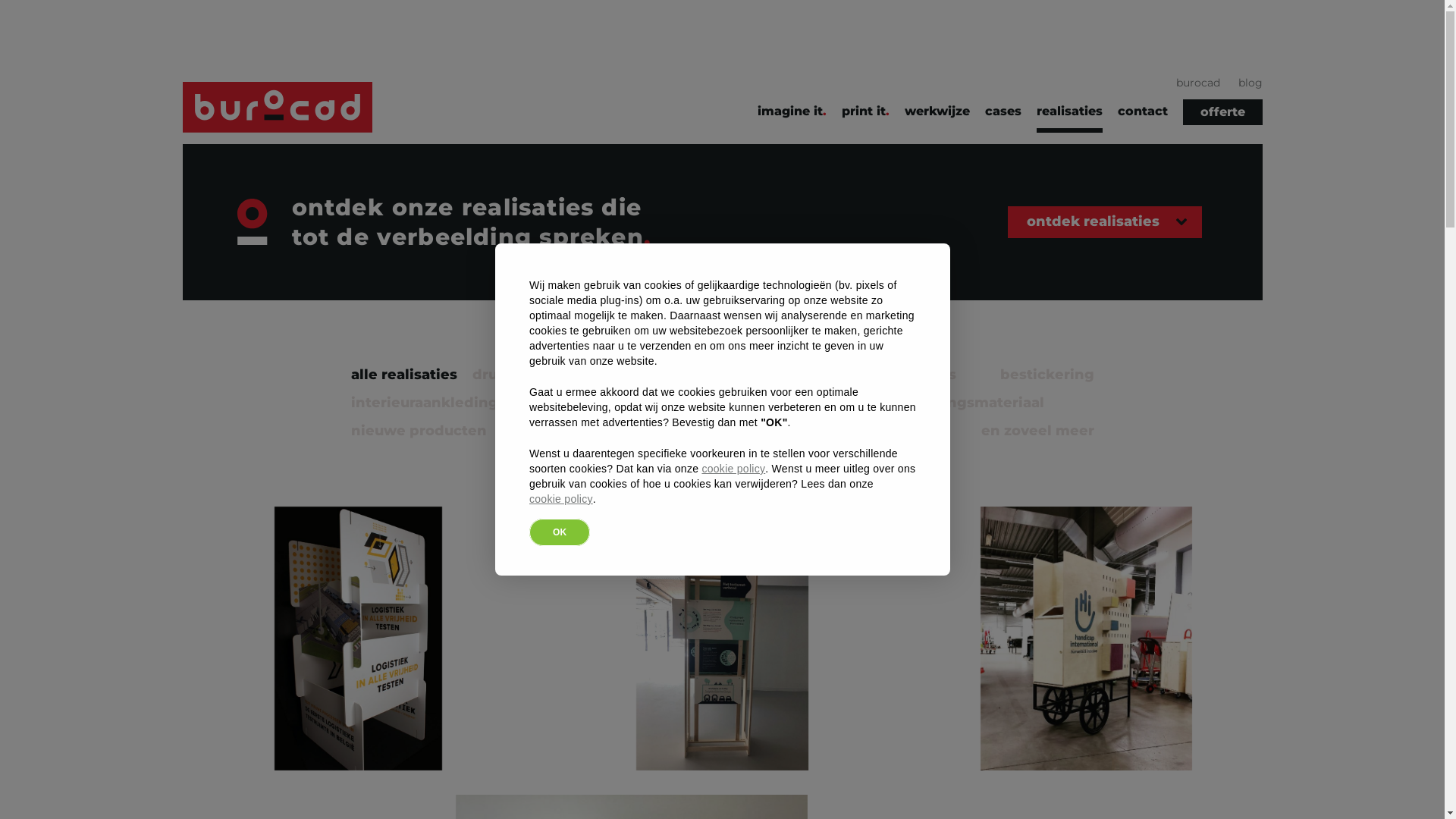 The image size is (1456, 819). I want to click on 'contact', so click(1143, 115).